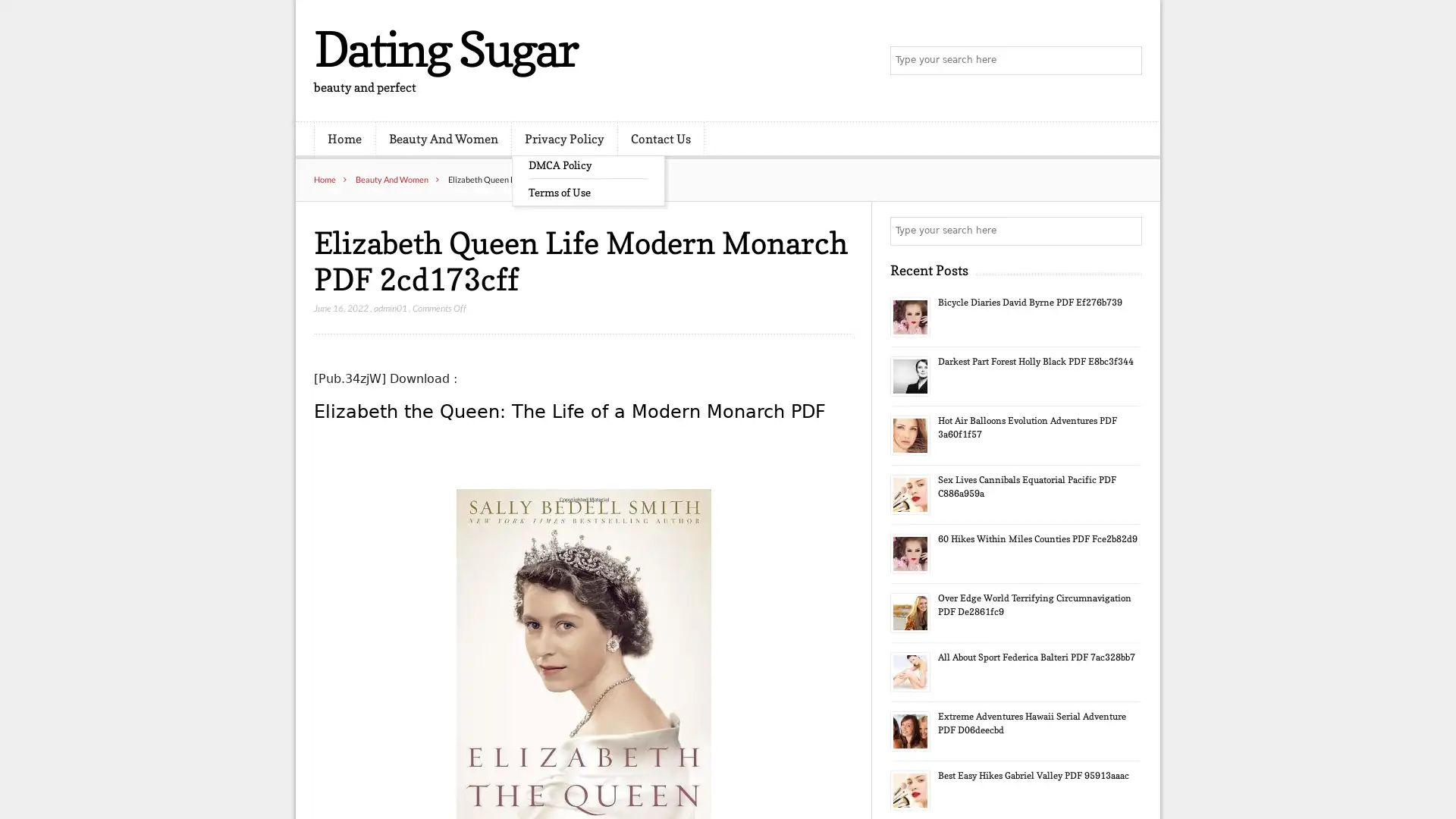  What do you see at coordinates (1126, 231) in the screenshot?
I see `Search` at bounding box center [1126, 231].